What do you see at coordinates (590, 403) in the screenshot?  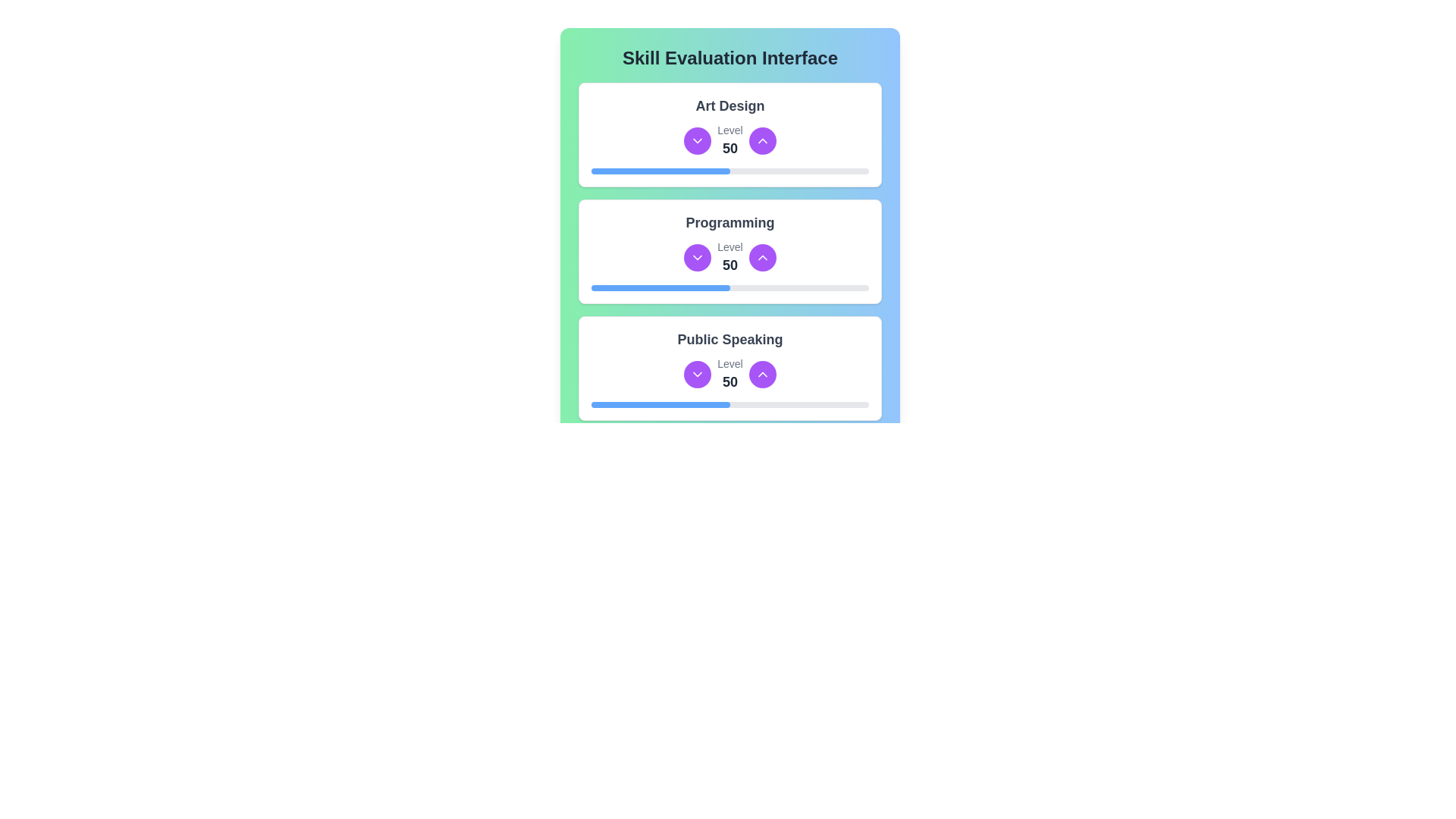 I see `the slider value` at bounding box center [590, 403].